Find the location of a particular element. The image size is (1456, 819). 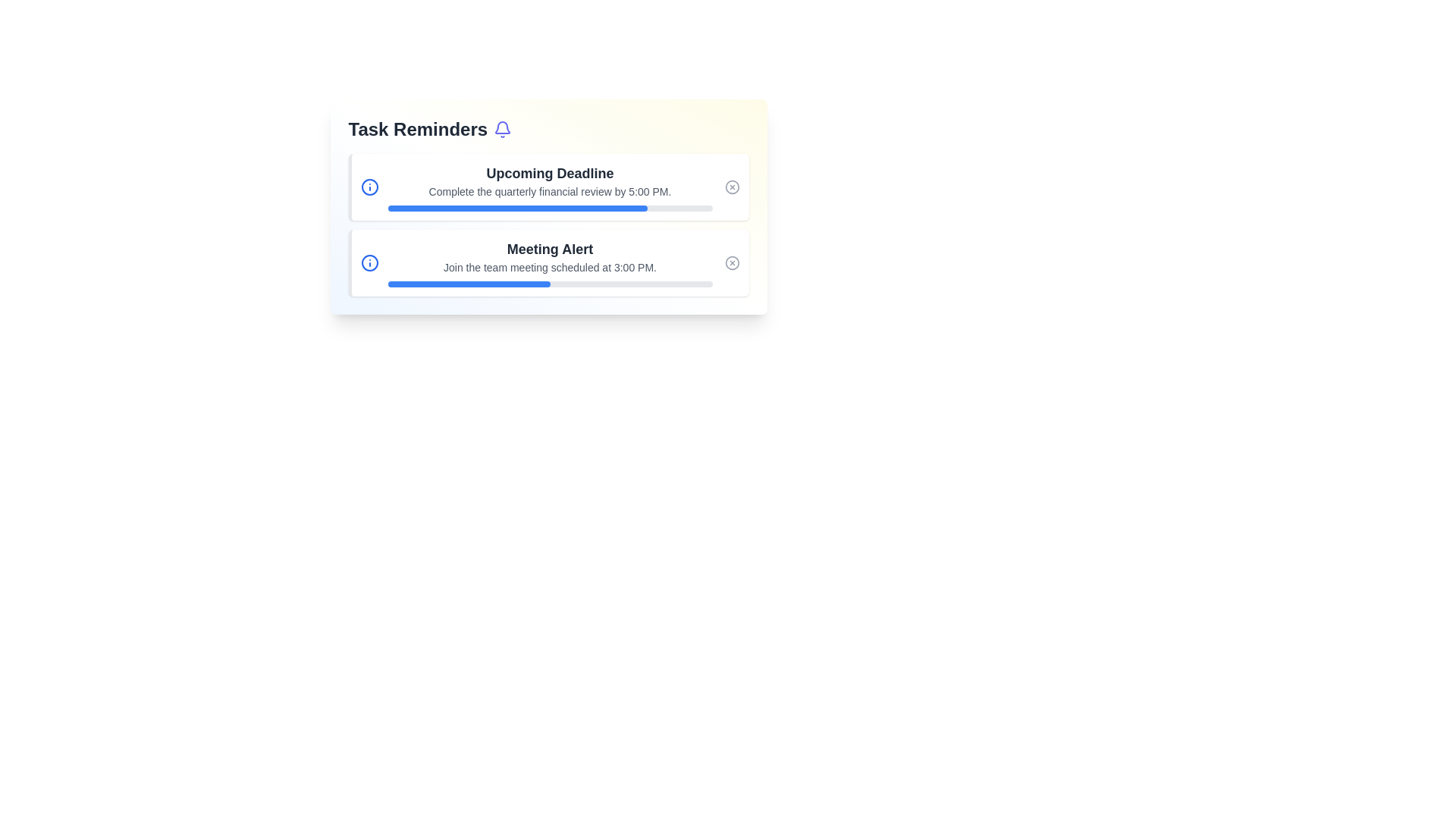

the progress bar of Upcoming Deadline to view its progress is located at coordinates (549, 208).